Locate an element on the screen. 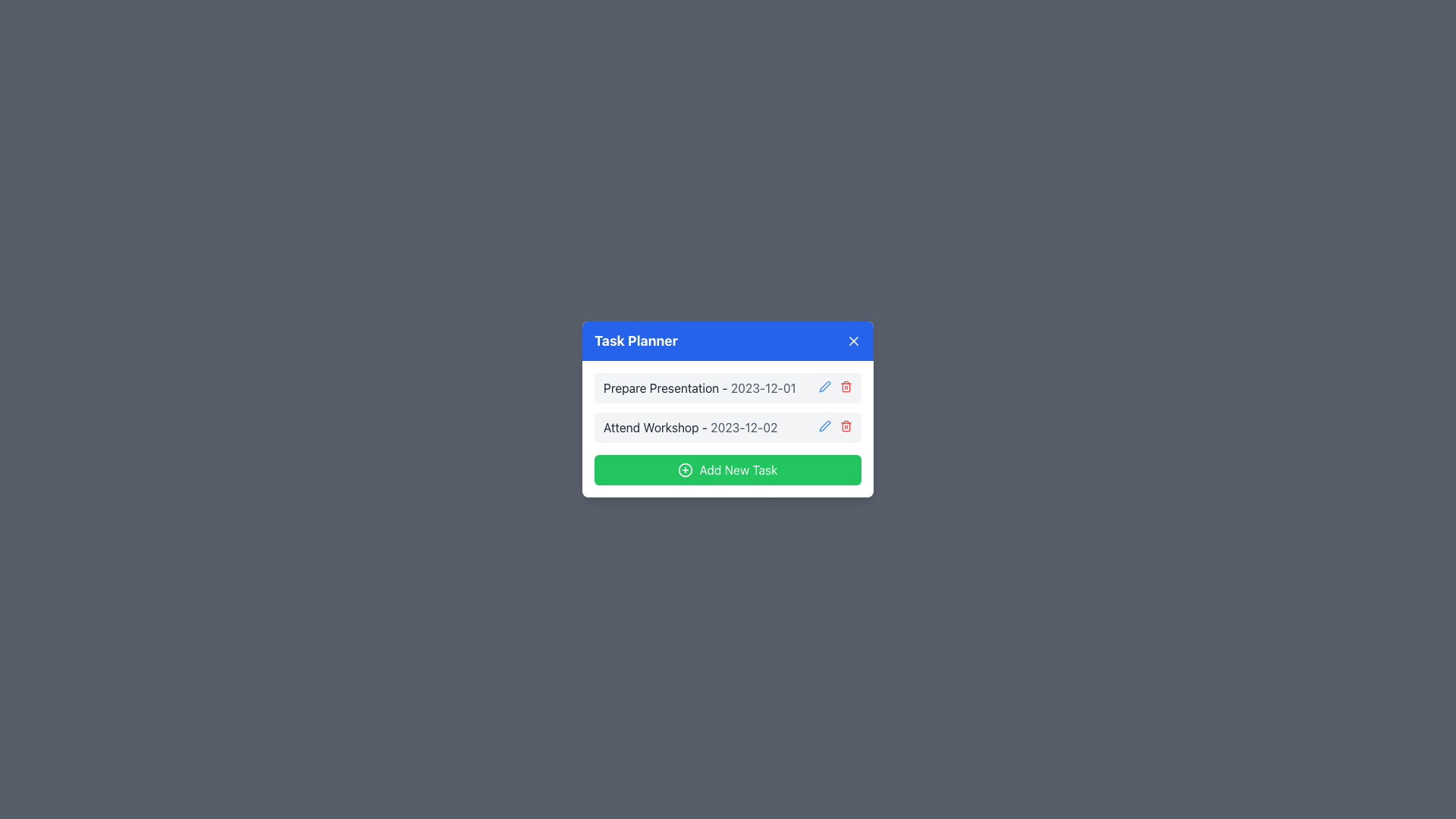 The image size is (1456, 819). the label containing the text 'Attend Workshop - 2023-12-02' located in the second task entry of the 'Task Planner' card is located at coordinates (689, 427).